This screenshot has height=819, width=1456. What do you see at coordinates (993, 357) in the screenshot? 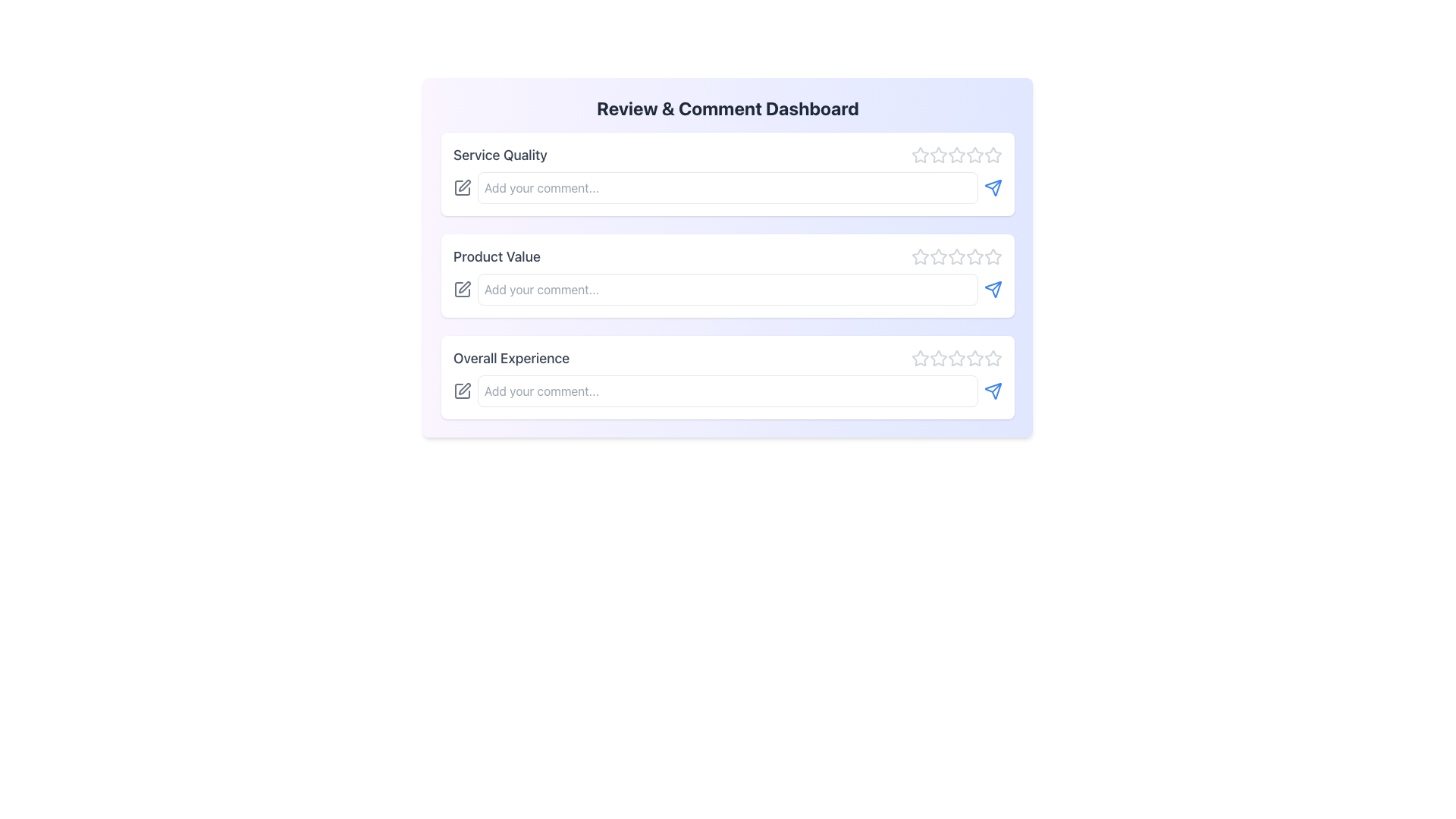
I see `the fourth rating star in the 'Overall Experience' section` at bounding box center [993, 357].